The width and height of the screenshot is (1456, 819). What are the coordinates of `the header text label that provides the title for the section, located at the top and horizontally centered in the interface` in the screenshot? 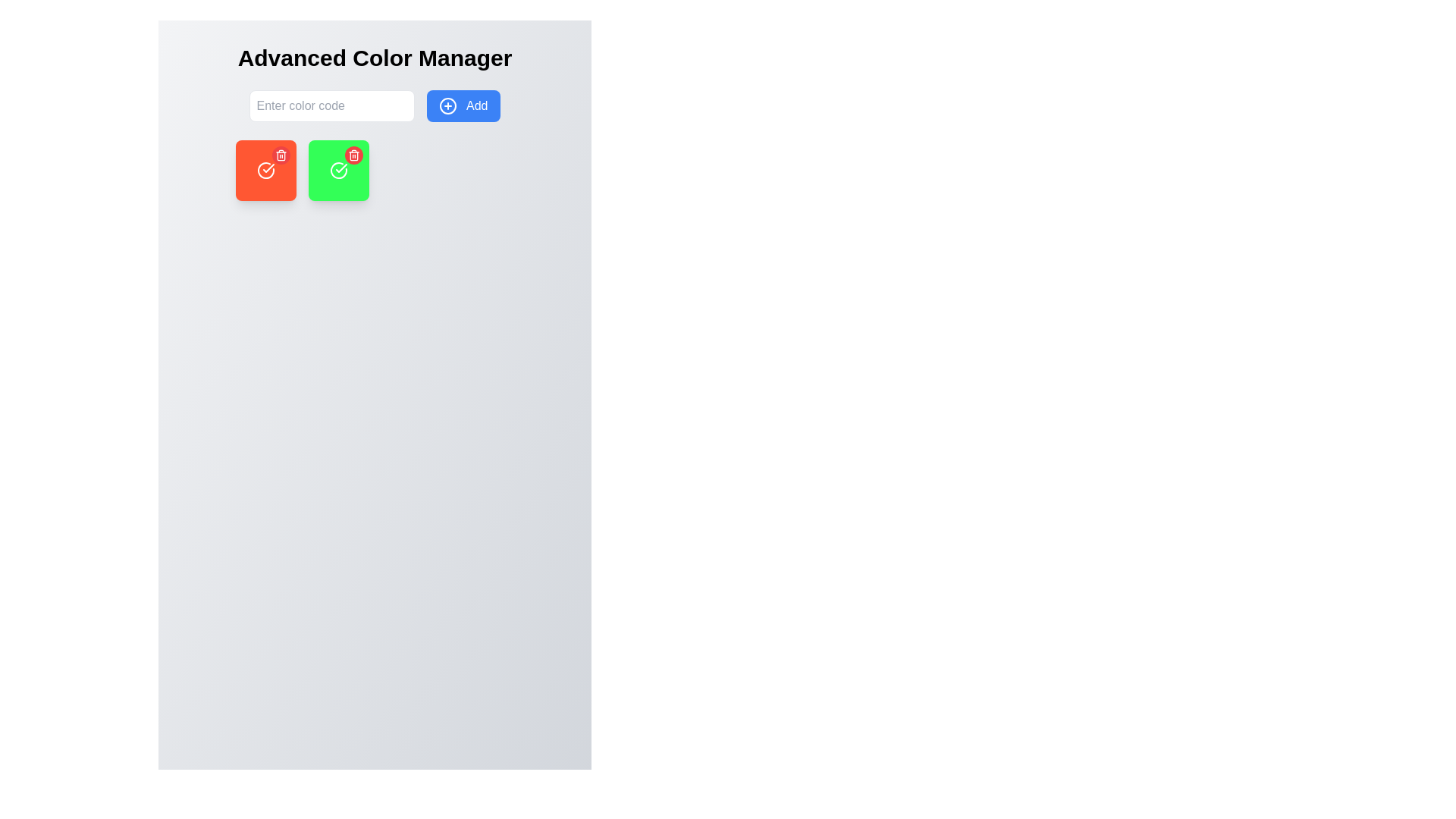 It's located at (375, 58).